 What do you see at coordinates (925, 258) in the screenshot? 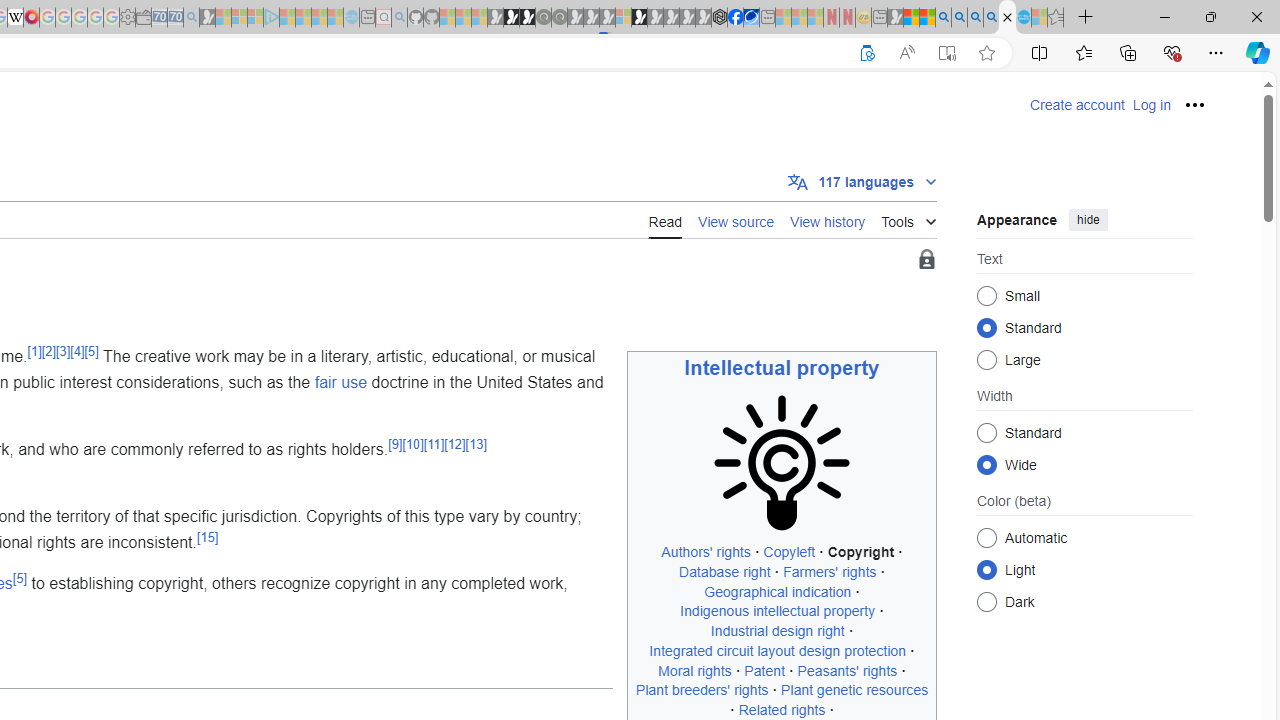
I see `'Page semi-protected'` at bounding box center [925, 258].